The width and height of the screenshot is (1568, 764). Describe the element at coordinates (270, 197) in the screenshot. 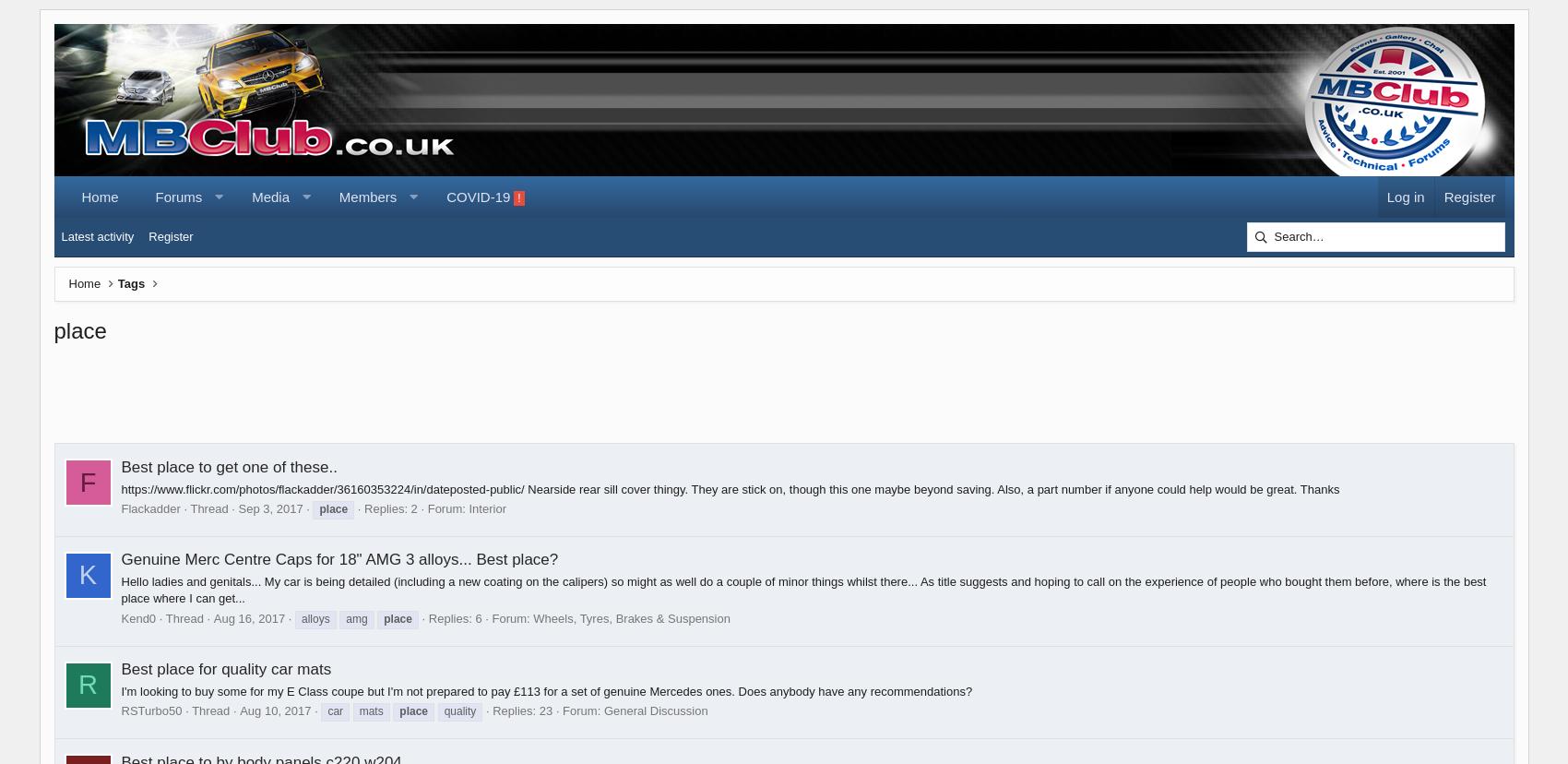

I see `'Media'` at that location.